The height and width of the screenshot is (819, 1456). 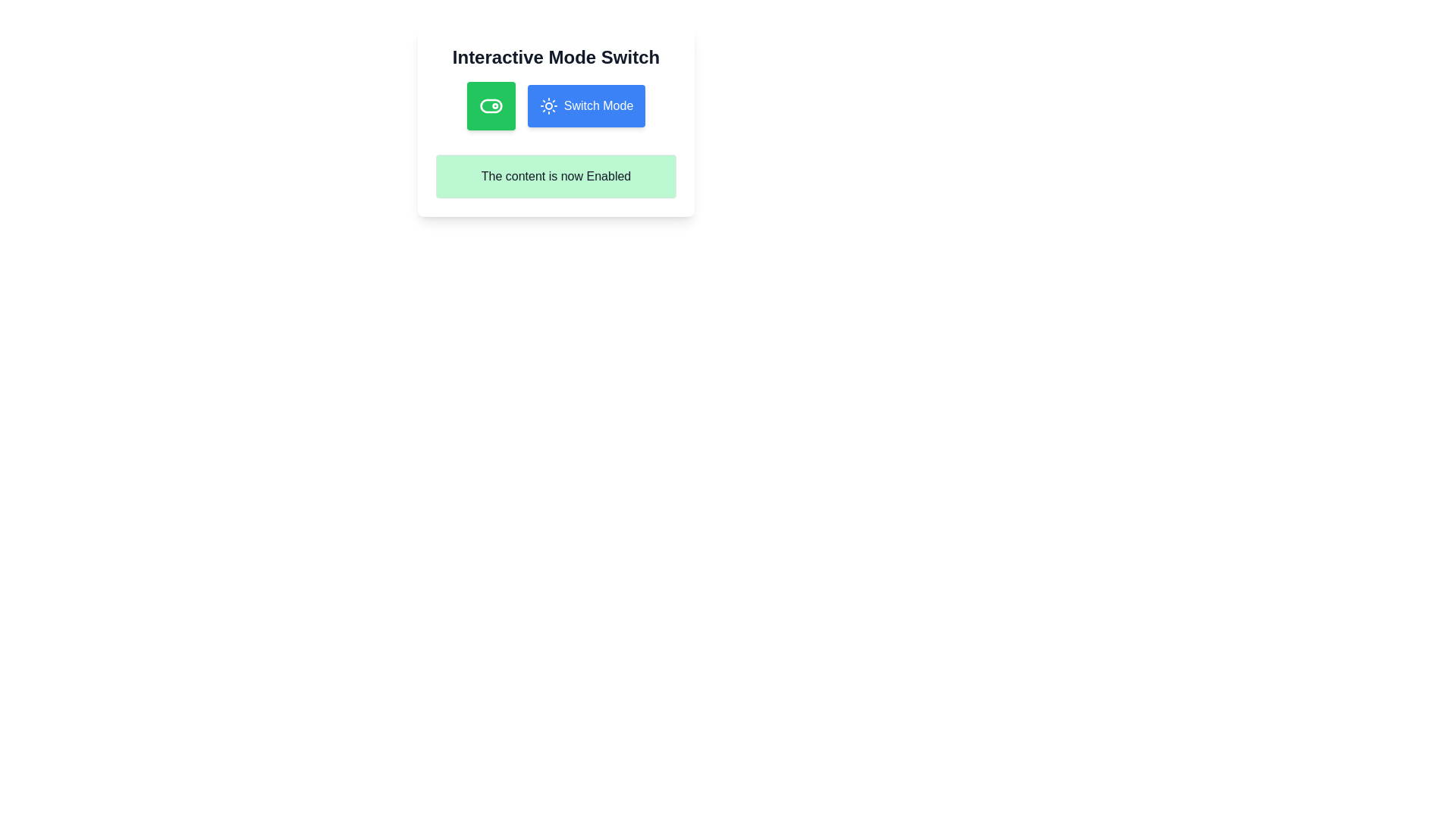 I want to click on the sun-shaped icon located to the left of the blue 'Switch Mode' button, which has a thin white outline and is centered above a light blue rectangular background, so click(x=548, y=105).